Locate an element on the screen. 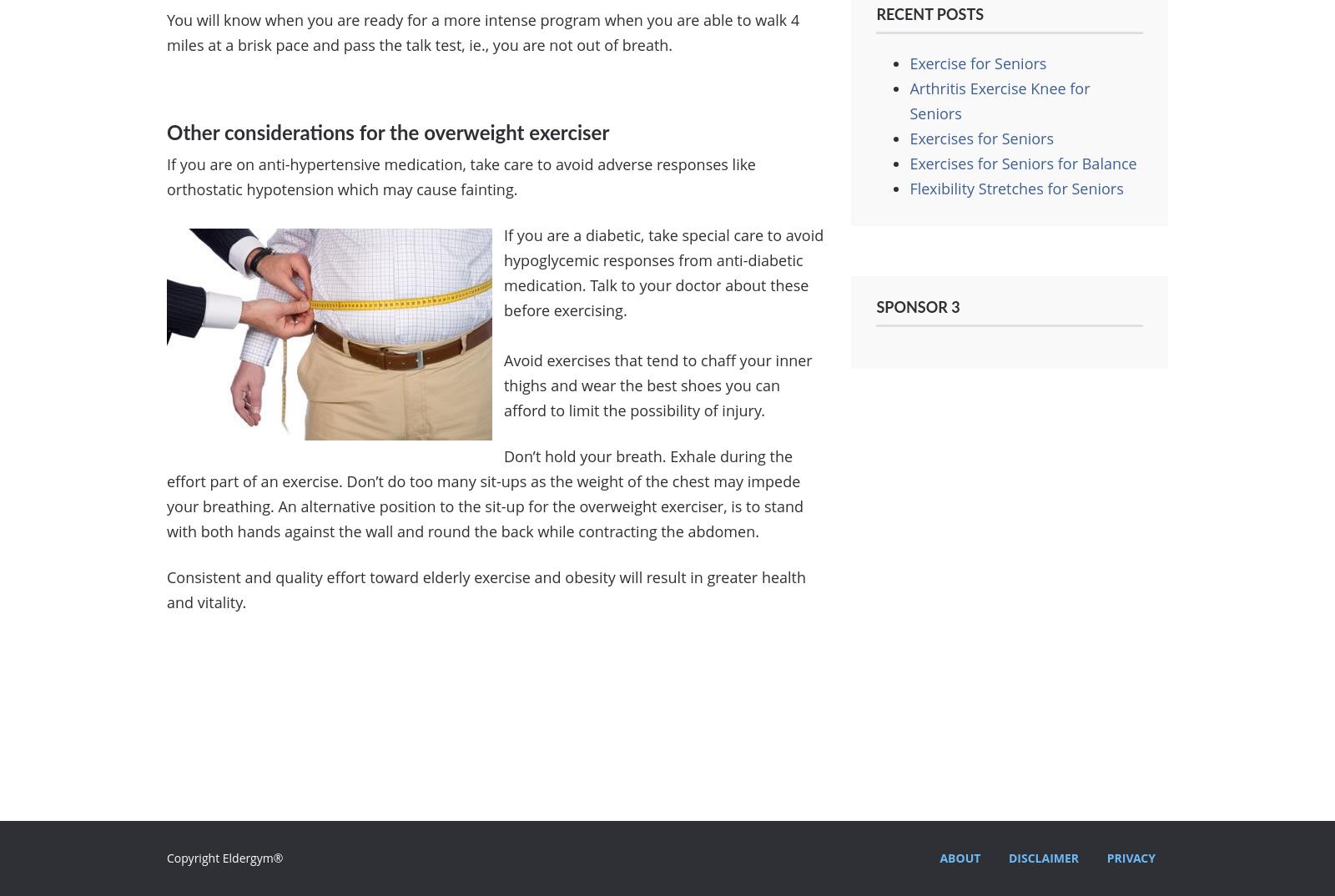 This screenshot has width=1335, height=896. 'Avoid exercises that tend to chaff your inner thighs and wear the best shoes you can afford to limit the possibility of injury.' is located at coordinates (657, 385).